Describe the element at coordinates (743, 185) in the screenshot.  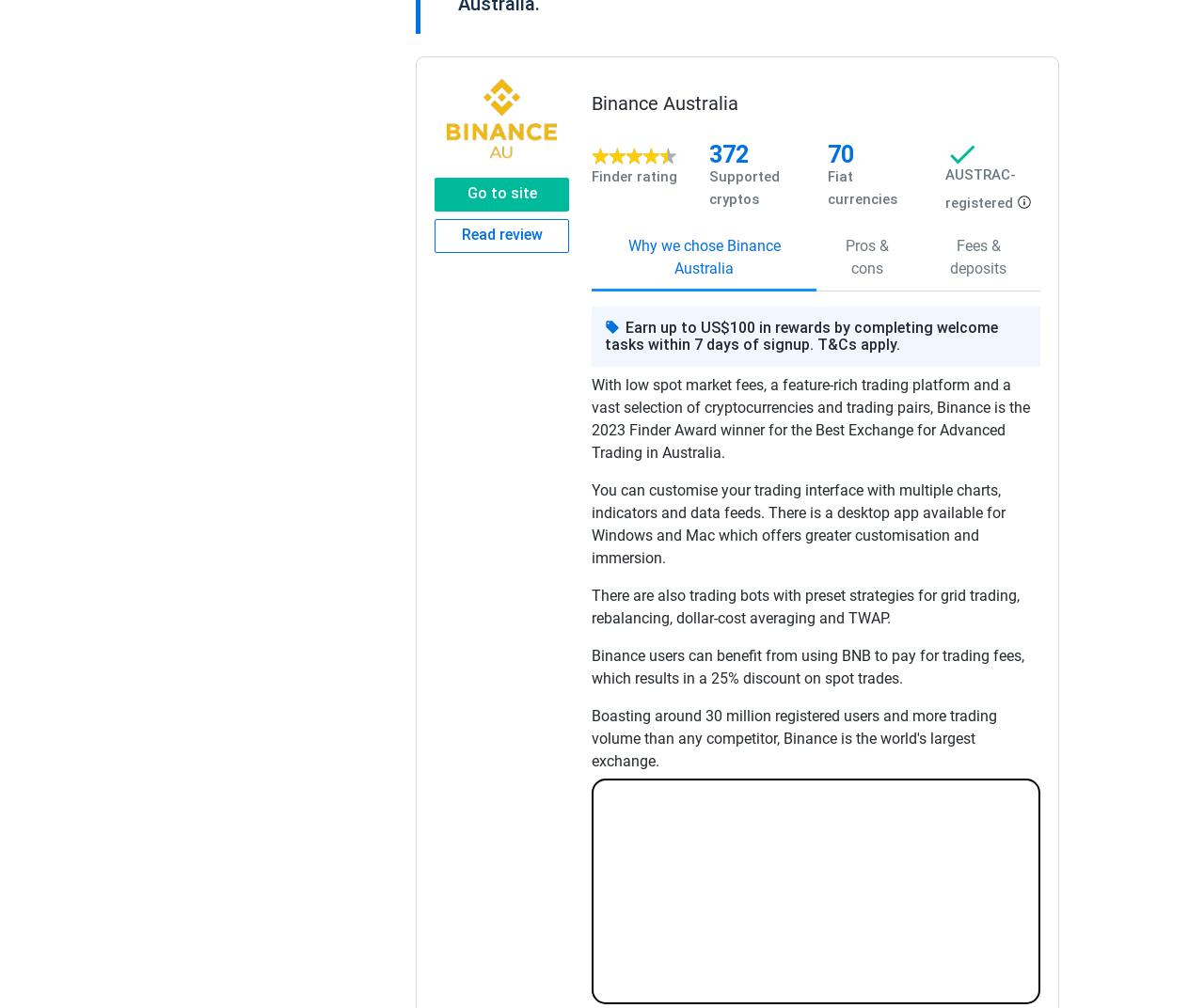
I see `'Supported cryptos'` at that location.